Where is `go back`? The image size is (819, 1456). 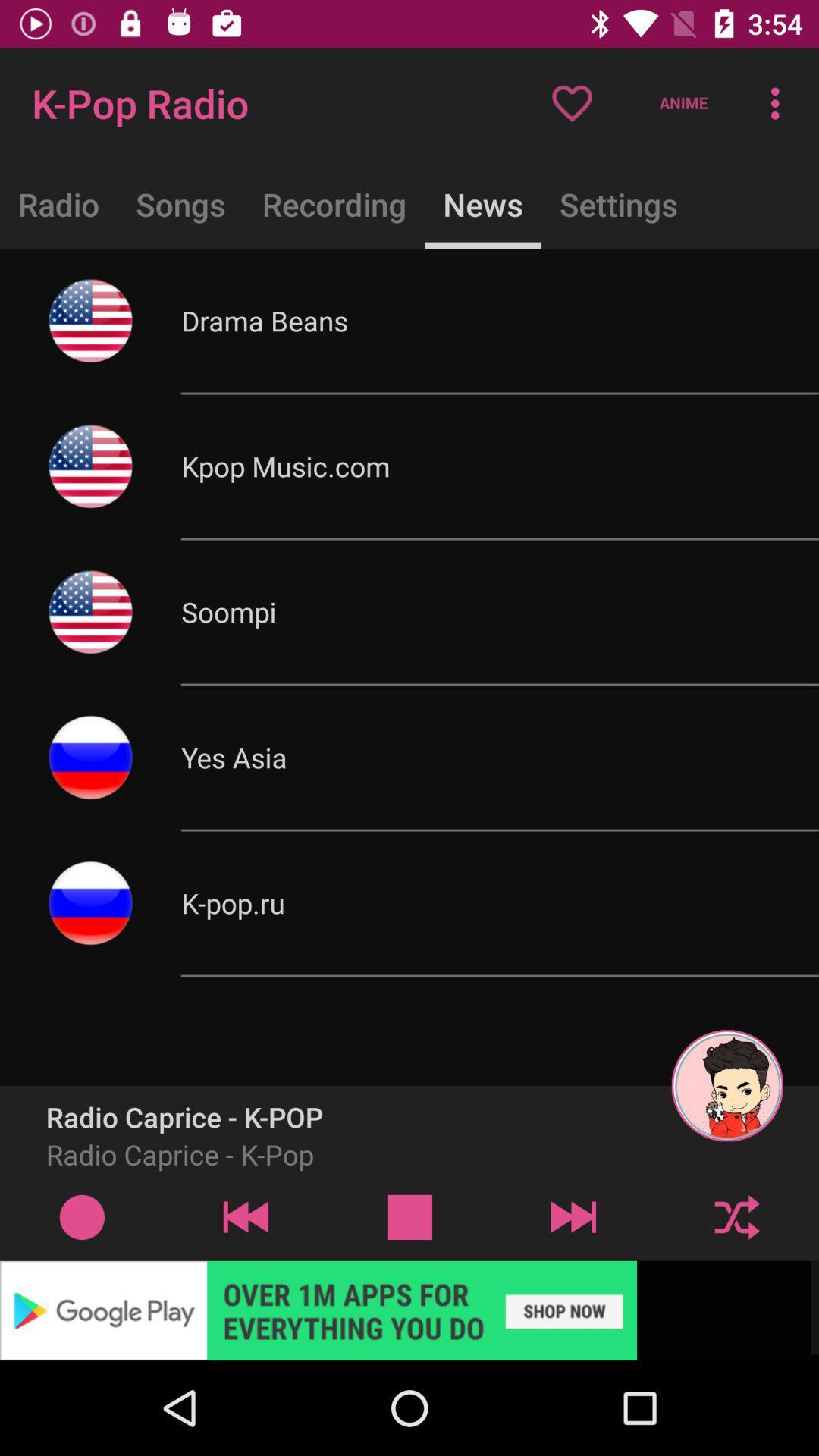
go back is located at coordinates (245, 1216).